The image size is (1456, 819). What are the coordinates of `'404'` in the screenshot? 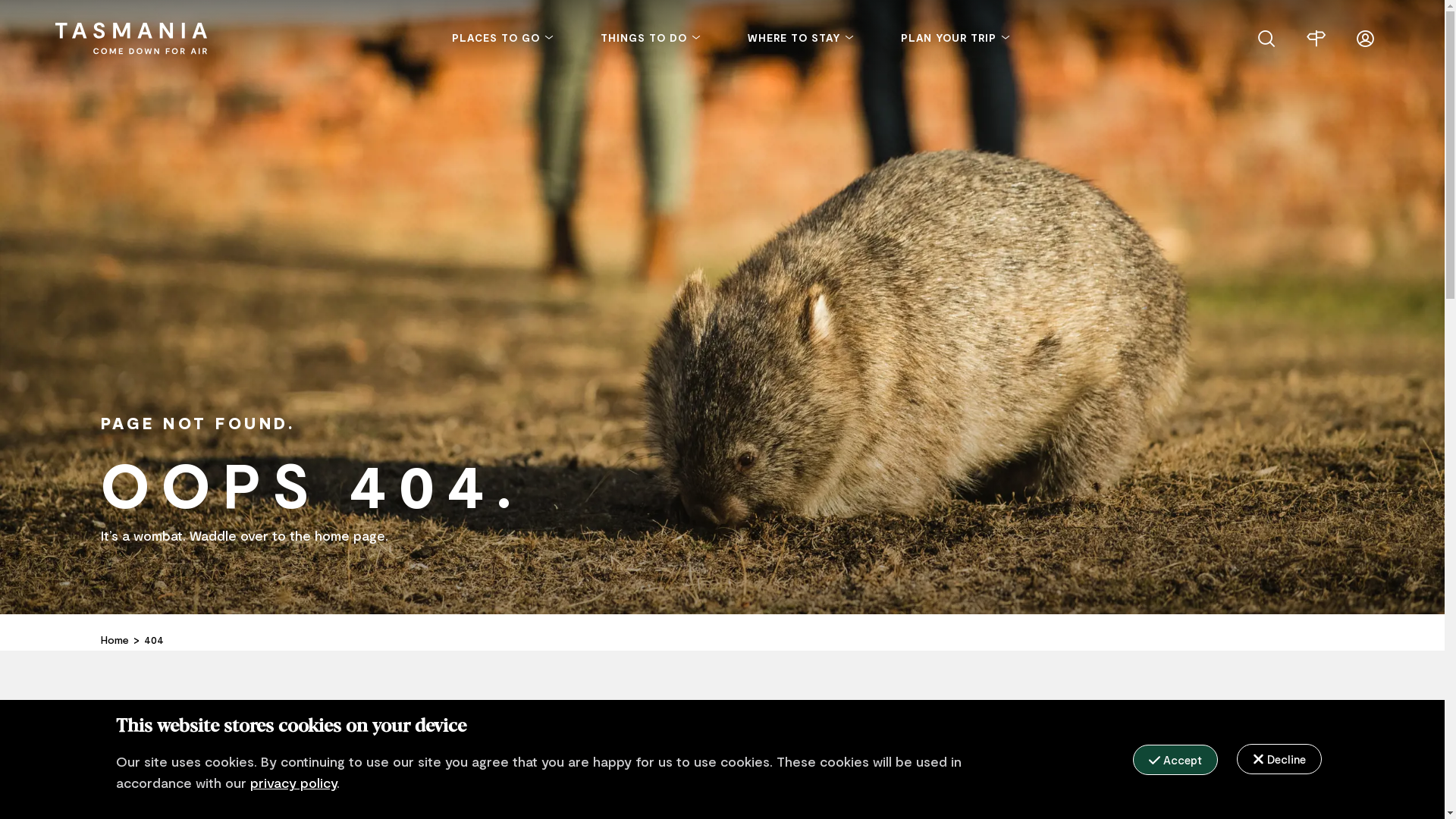 It's located at (153, 640).